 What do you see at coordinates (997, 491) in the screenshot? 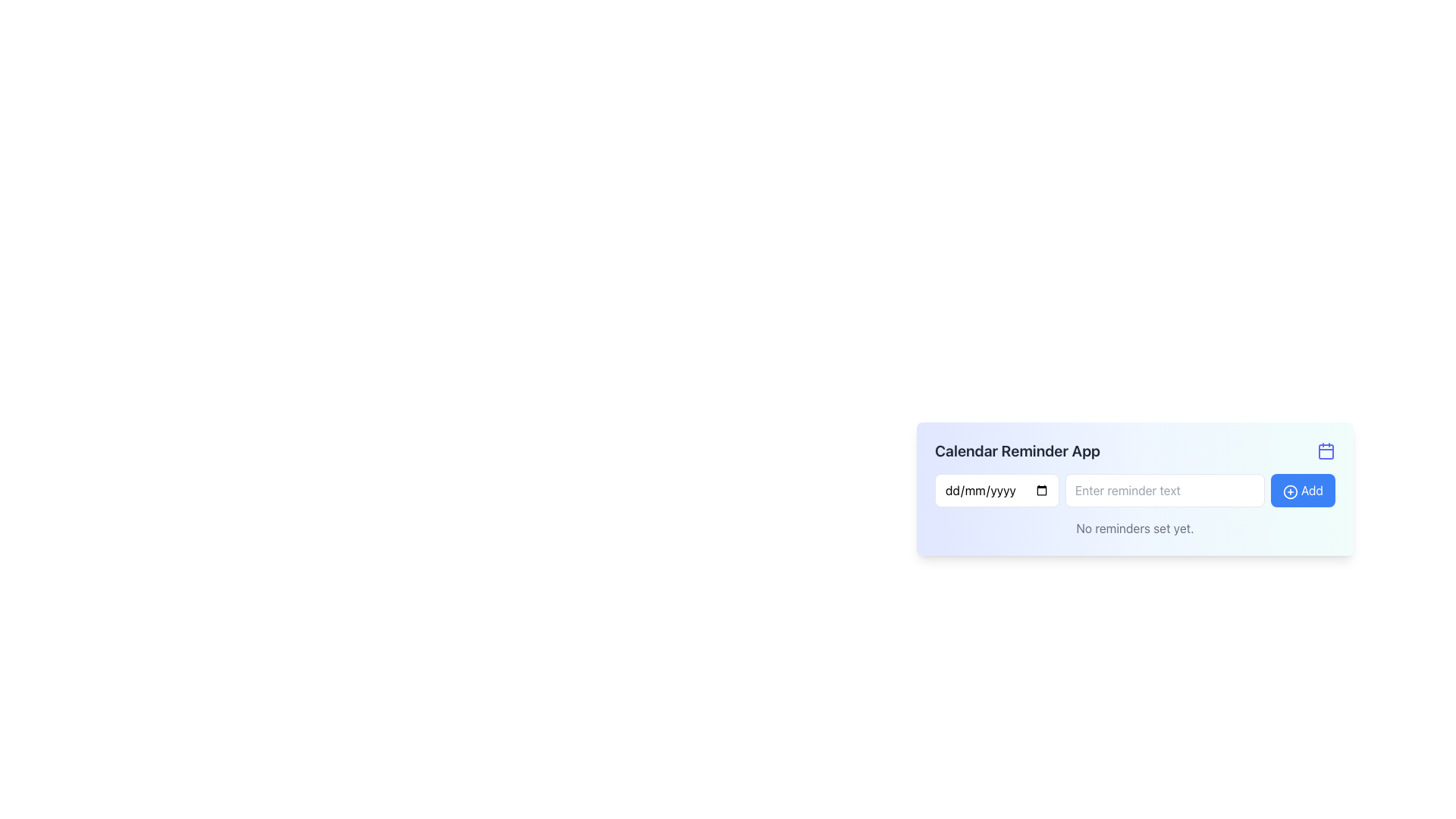
I see `the date input field which has a placeholder text 'dd/mm/yyyy'` at bounding box center [997, 491].